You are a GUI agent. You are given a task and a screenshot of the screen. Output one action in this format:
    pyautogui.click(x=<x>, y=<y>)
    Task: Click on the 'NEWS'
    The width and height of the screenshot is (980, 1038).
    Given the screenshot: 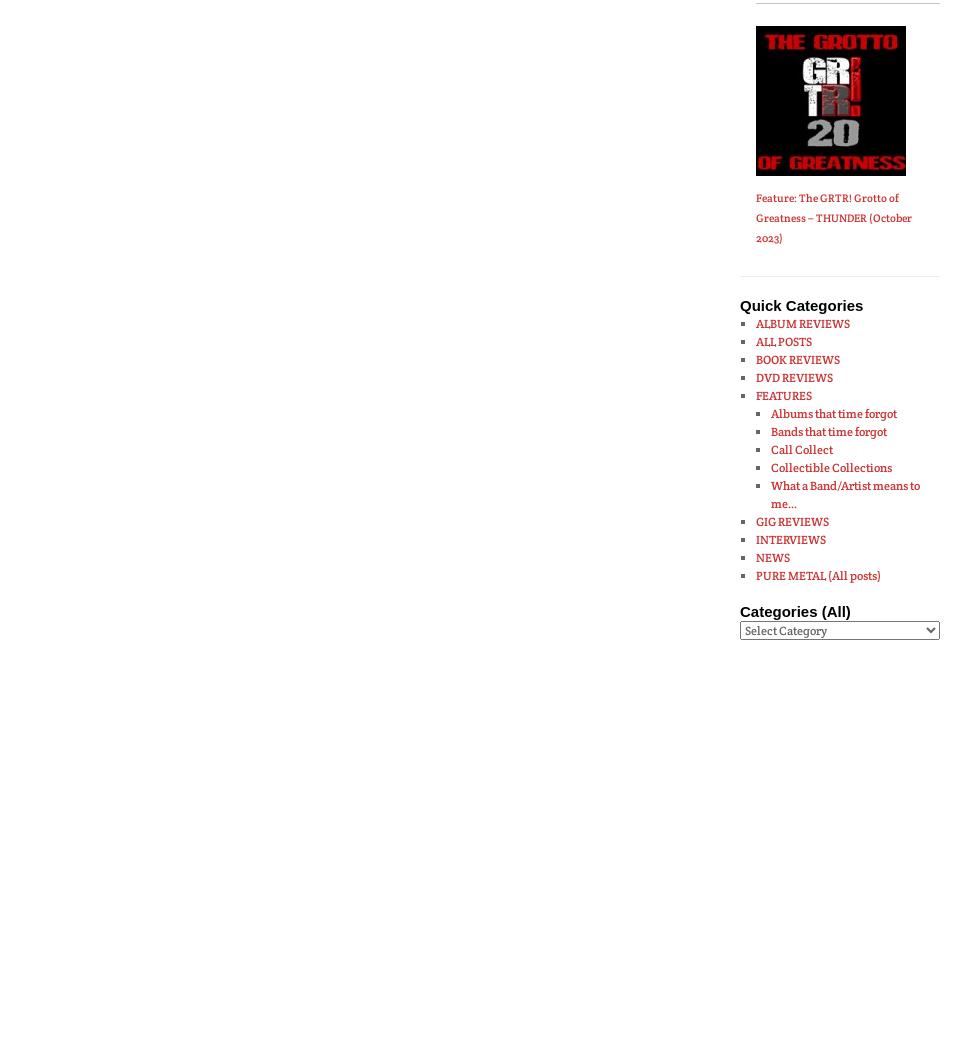 What is the action you would take?
    pyautogui.click(x=772, y=555)
    